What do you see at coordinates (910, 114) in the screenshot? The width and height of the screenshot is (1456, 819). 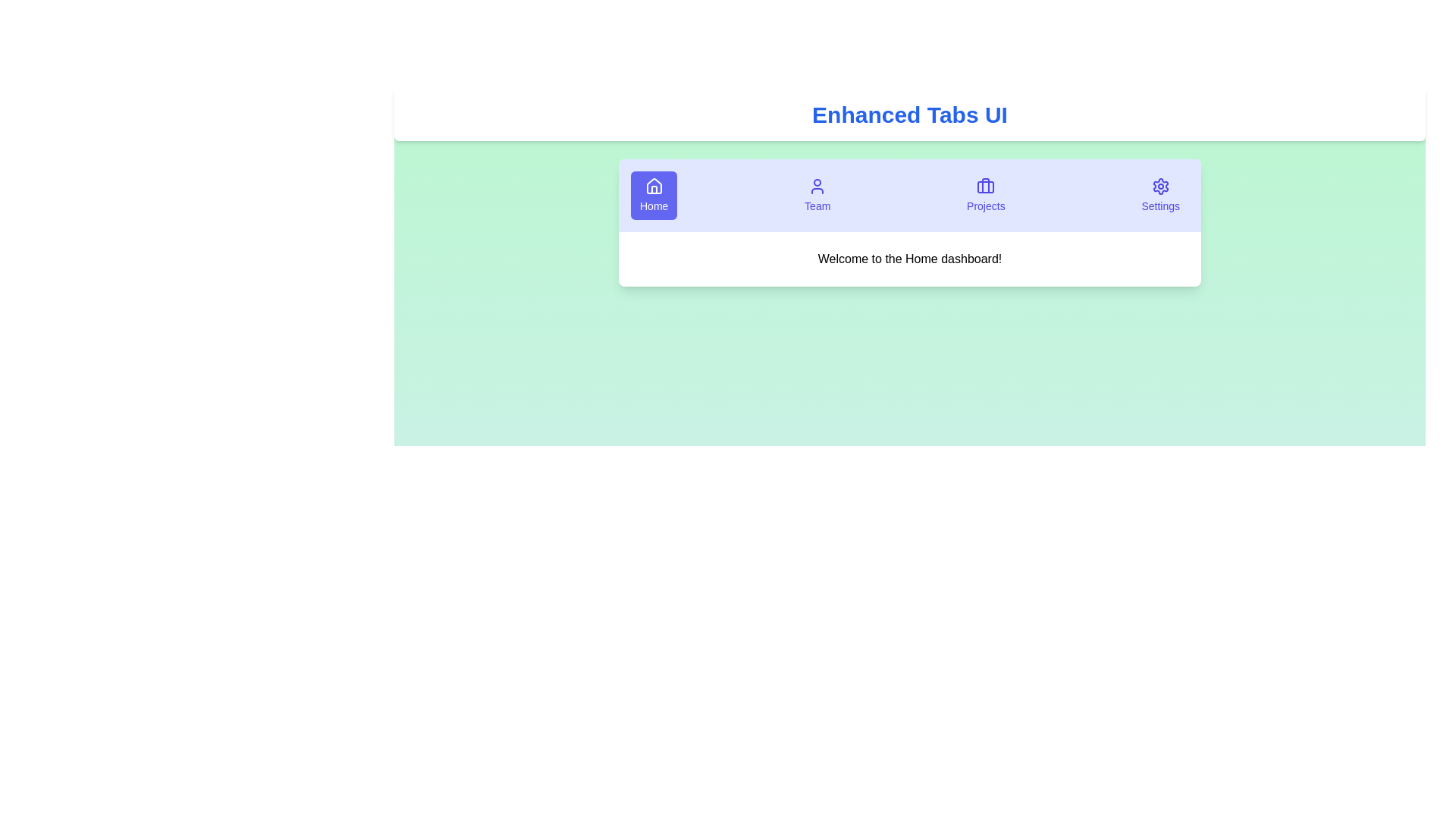 I see `the large, bold, blue Header text reading 'Enhanced Tabs UI' located centrally at the top of the interface` at bounding box center [910, 114].